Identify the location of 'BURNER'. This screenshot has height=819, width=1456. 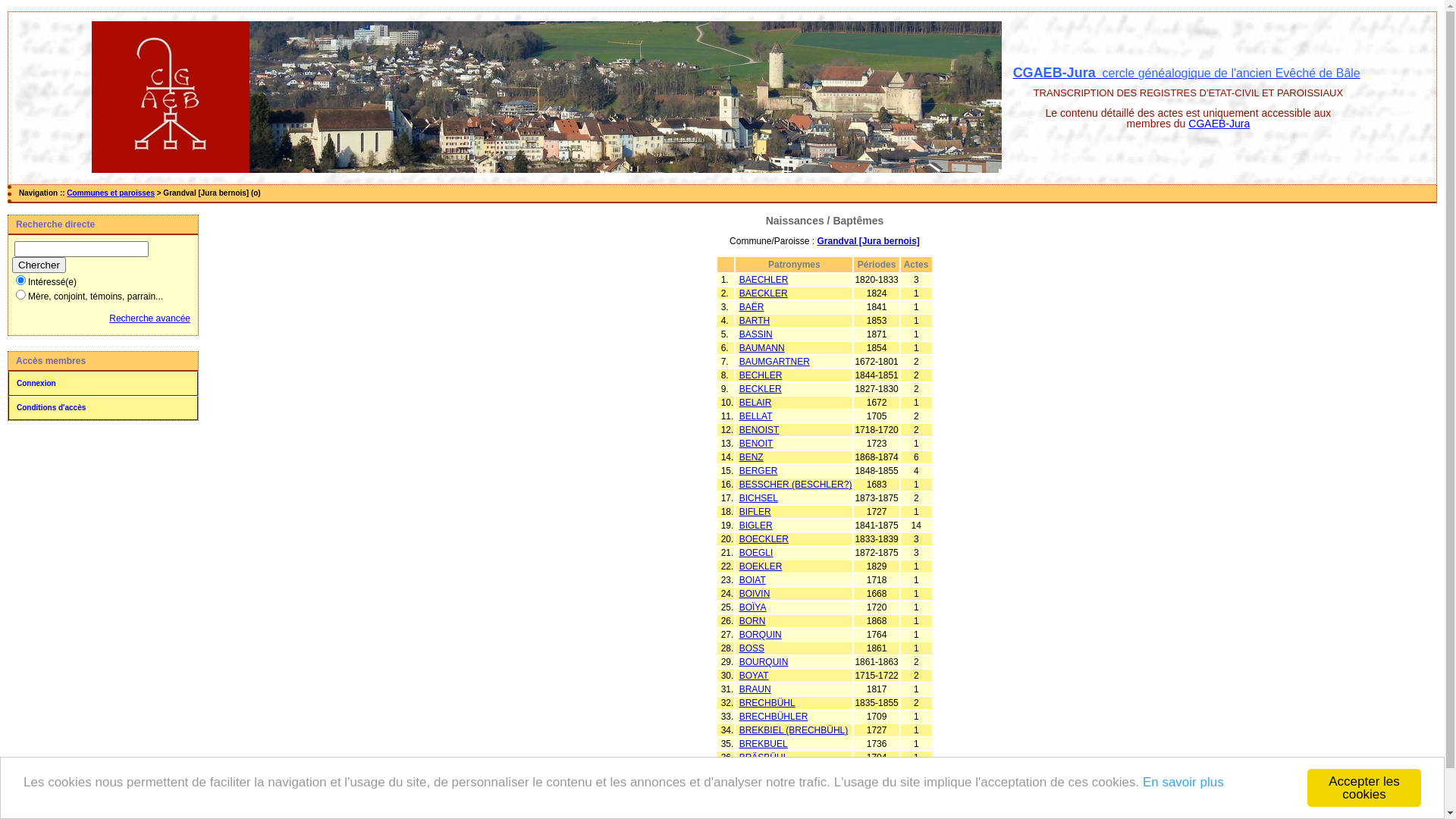
(758, 798).